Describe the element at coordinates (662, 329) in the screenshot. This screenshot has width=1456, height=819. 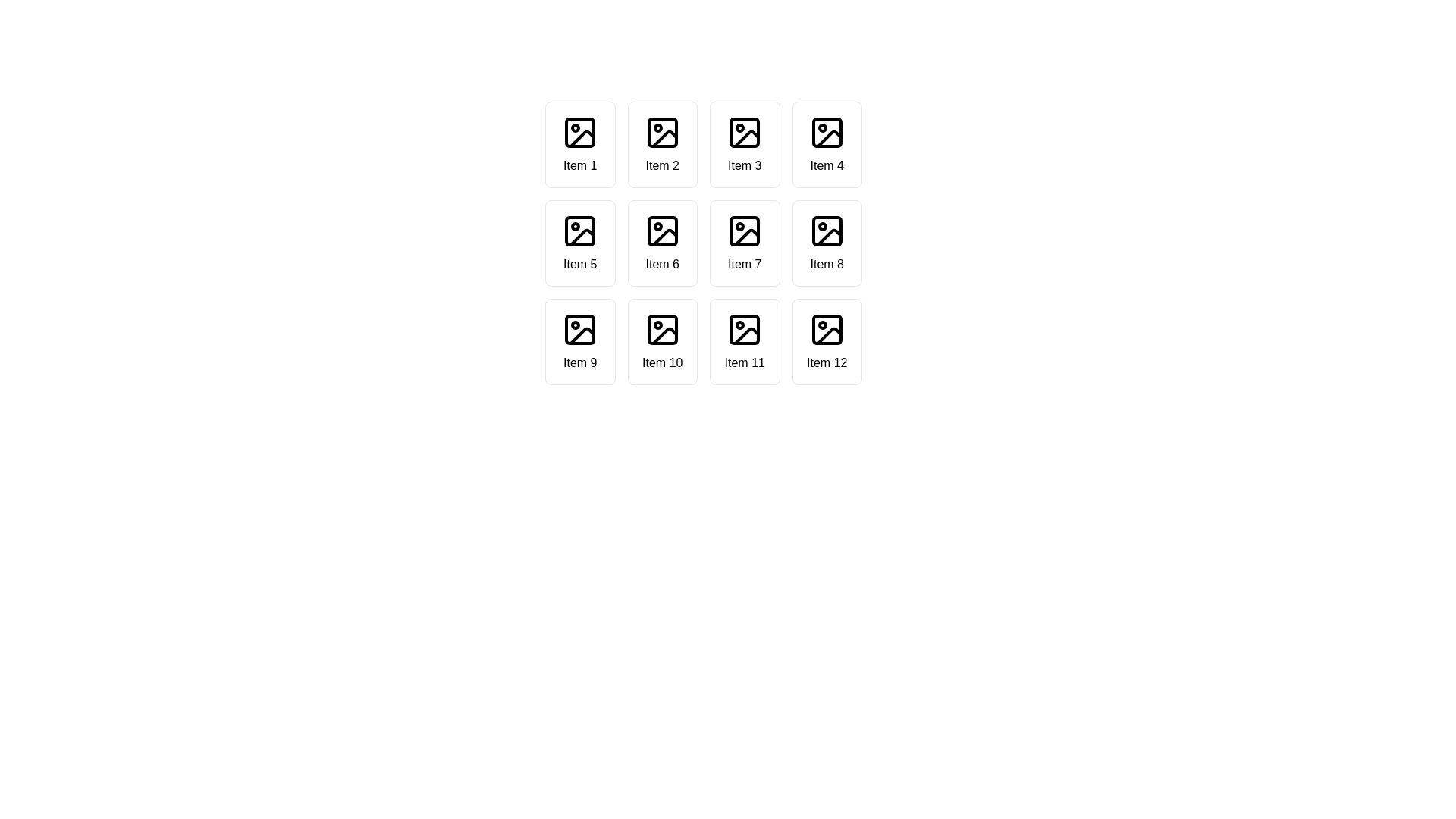
I see `the image placeholder icon located in 'Item 10' of the grid layout, which is identifiable by its rectangular outline and circular detail in the top-left area` at that location.